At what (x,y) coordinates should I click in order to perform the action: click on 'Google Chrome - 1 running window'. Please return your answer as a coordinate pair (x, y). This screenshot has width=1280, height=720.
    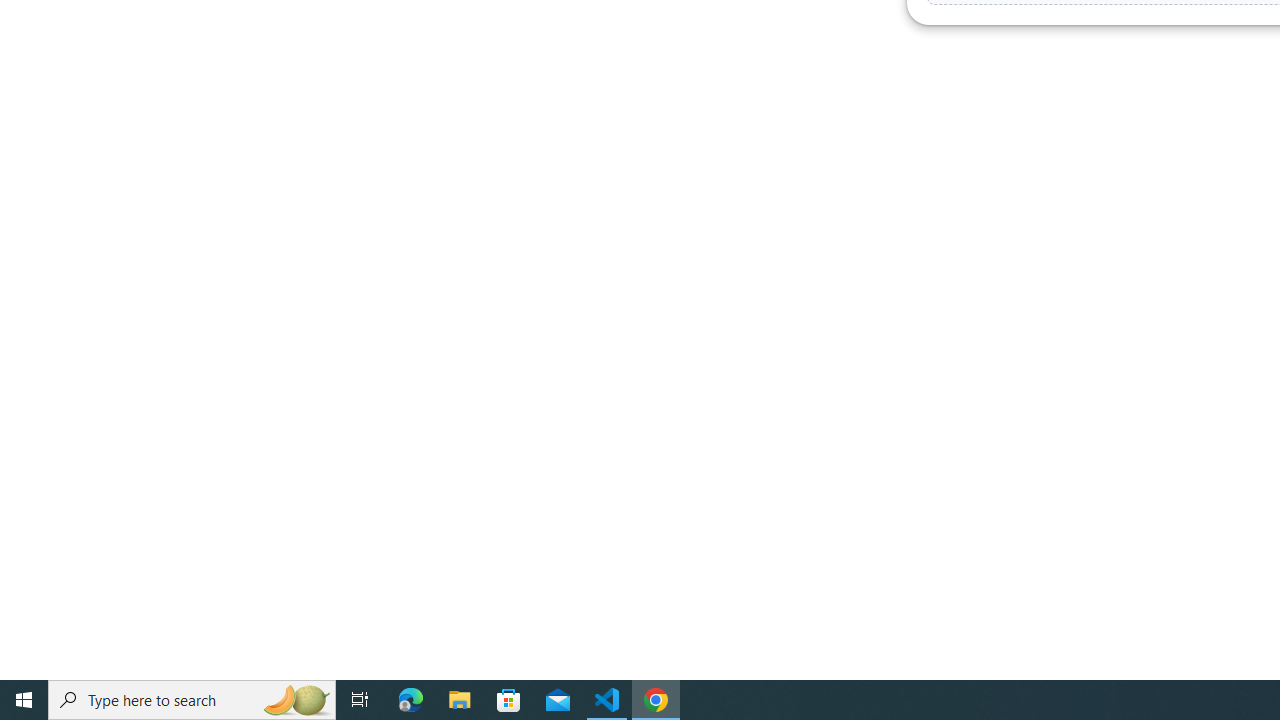
    Looking at the image, I should click on (656, 698).